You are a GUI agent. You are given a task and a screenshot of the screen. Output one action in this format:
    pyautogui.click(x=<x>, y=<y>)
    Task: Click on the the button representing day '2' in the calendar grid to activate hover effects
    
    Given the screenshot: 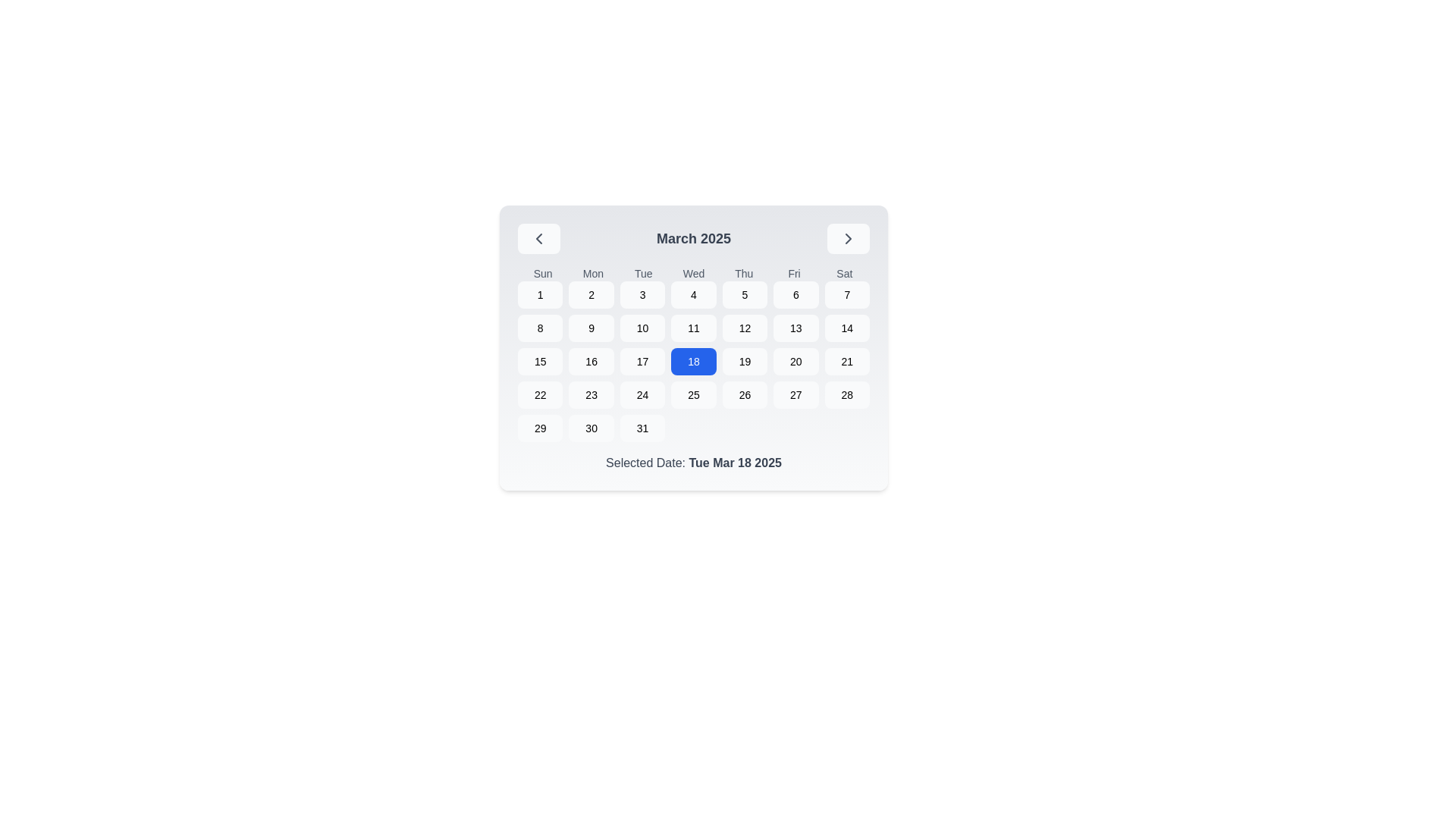 What is the action you would take?
    pyautogui.click(x=591, y=295)
    